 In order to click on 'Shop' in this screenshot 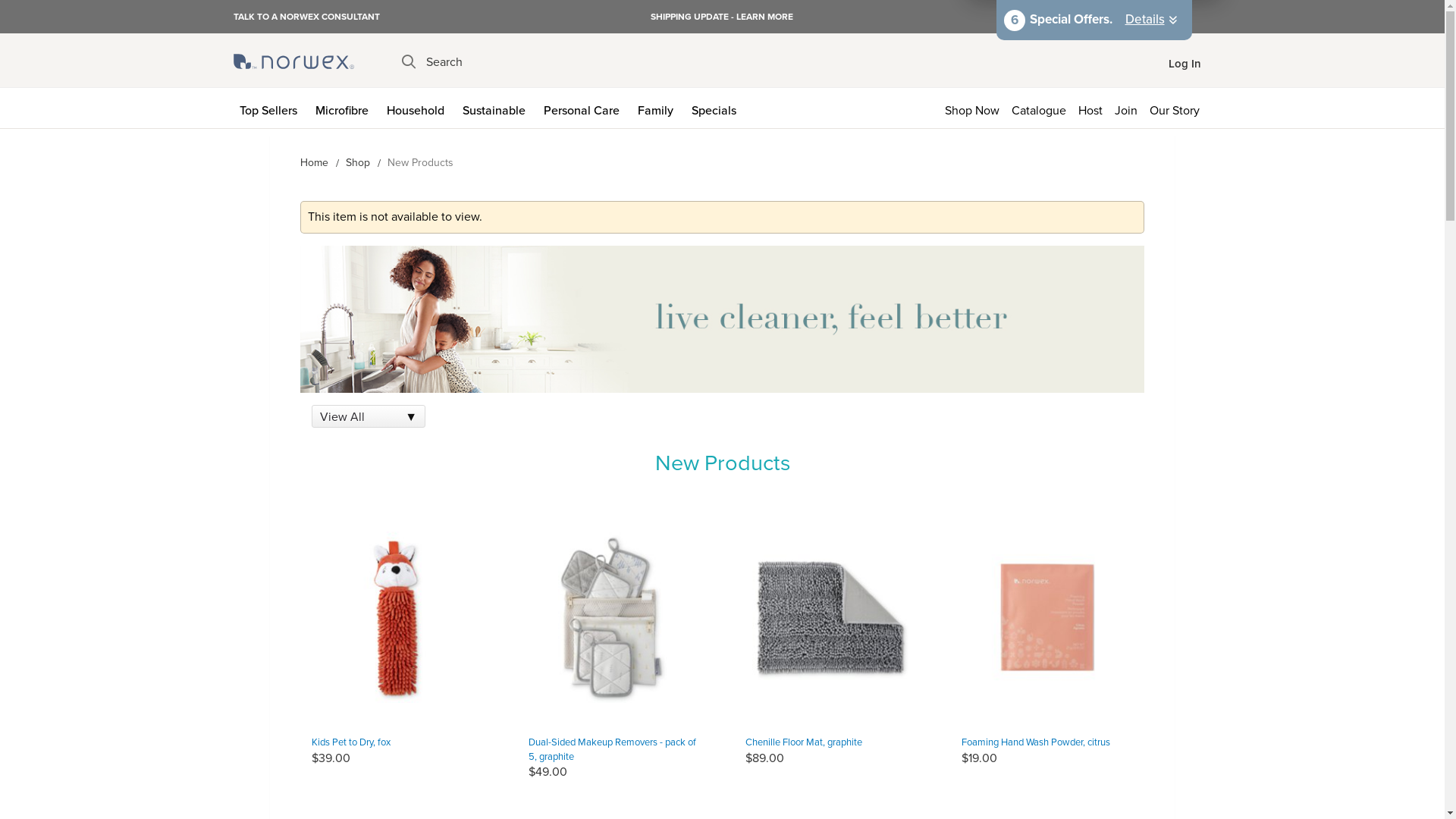, I will do `click(356, 162)`.